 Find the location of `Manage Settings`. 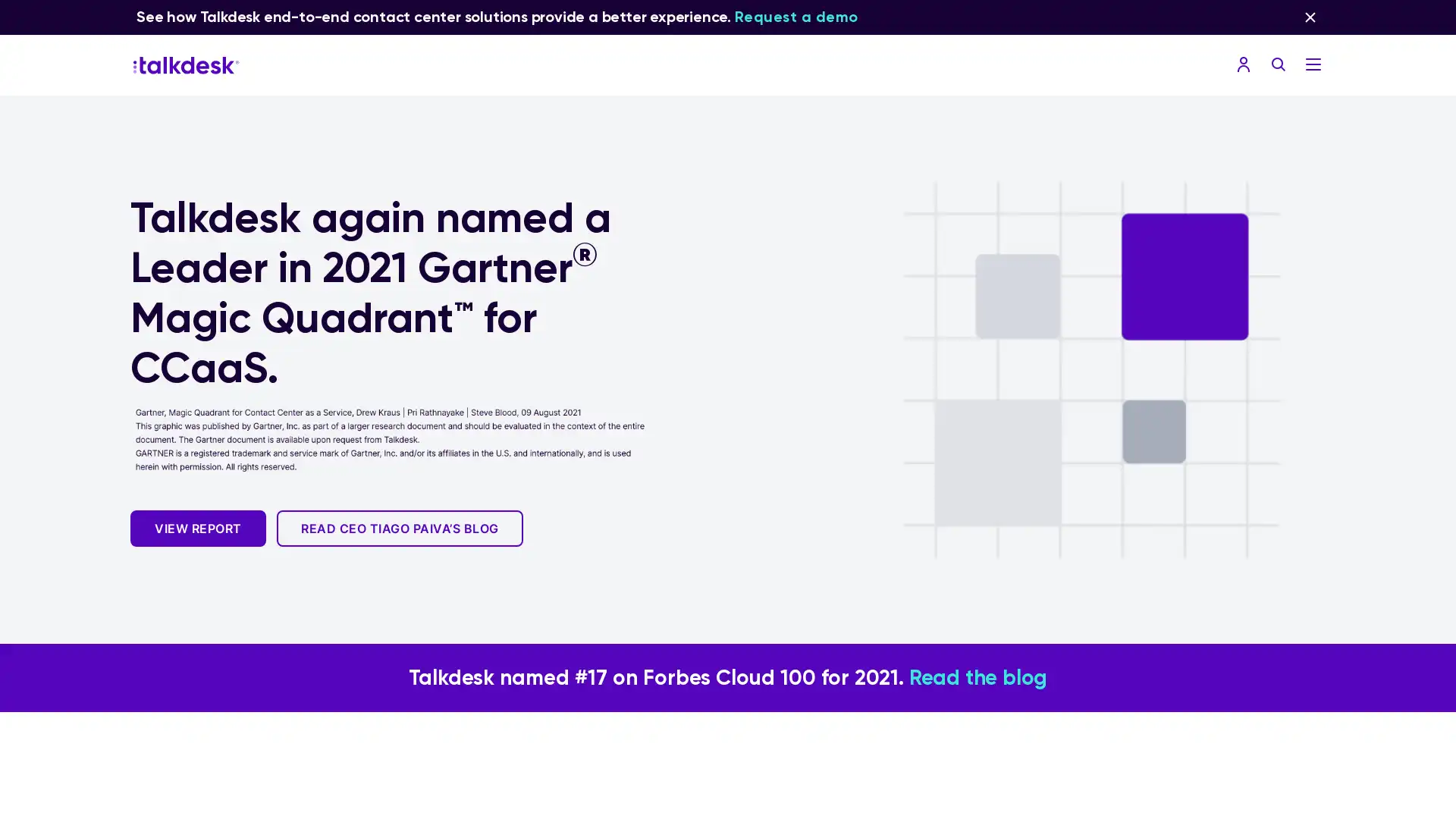

Manage Settings is located at coordinates (595, 441).